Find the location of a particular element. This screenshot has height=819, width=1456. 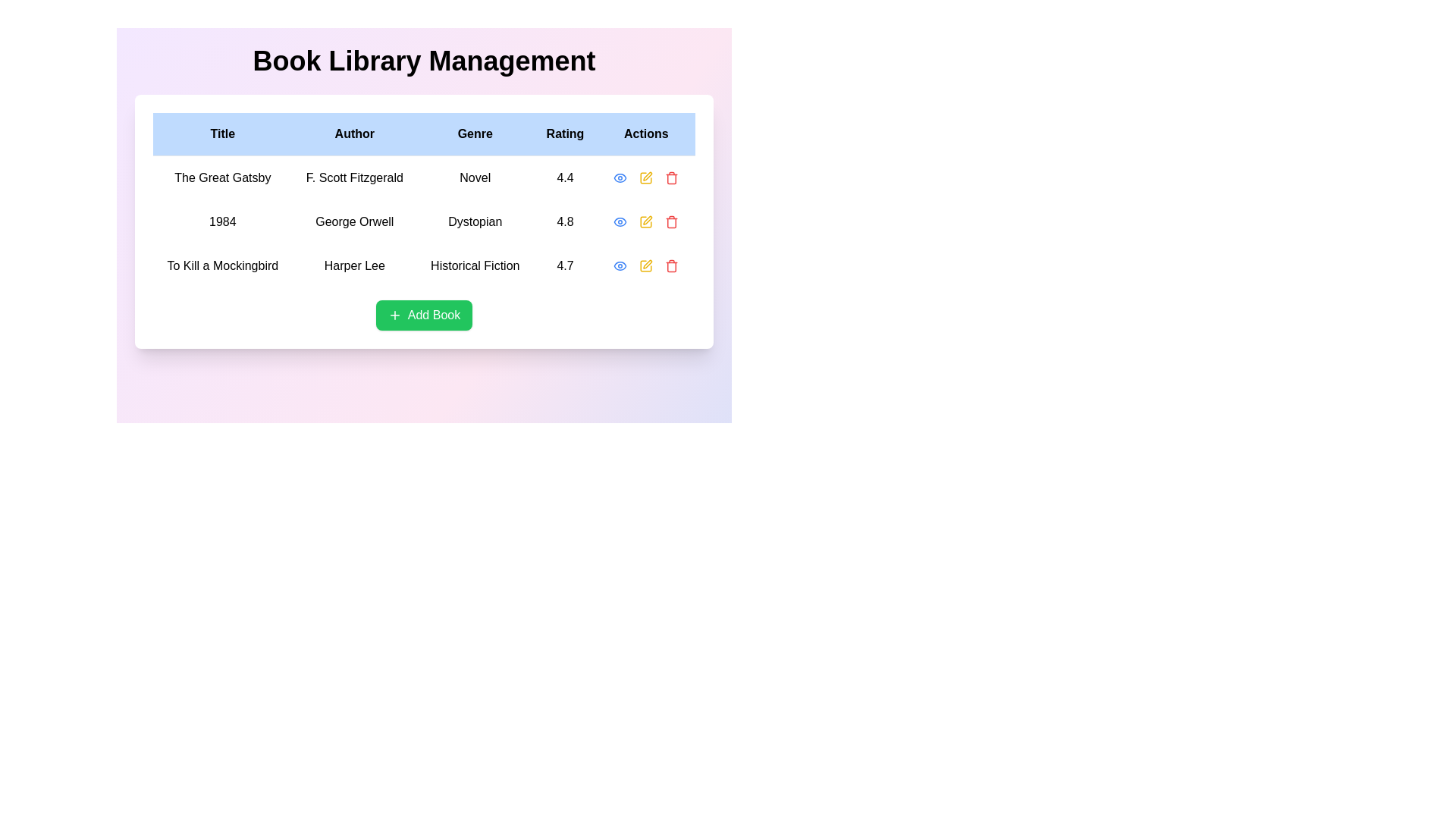

the text element displaying 'Novel' in black font, located under the 'Genre' header in the first row of the table is located at coordinates (474, 177).